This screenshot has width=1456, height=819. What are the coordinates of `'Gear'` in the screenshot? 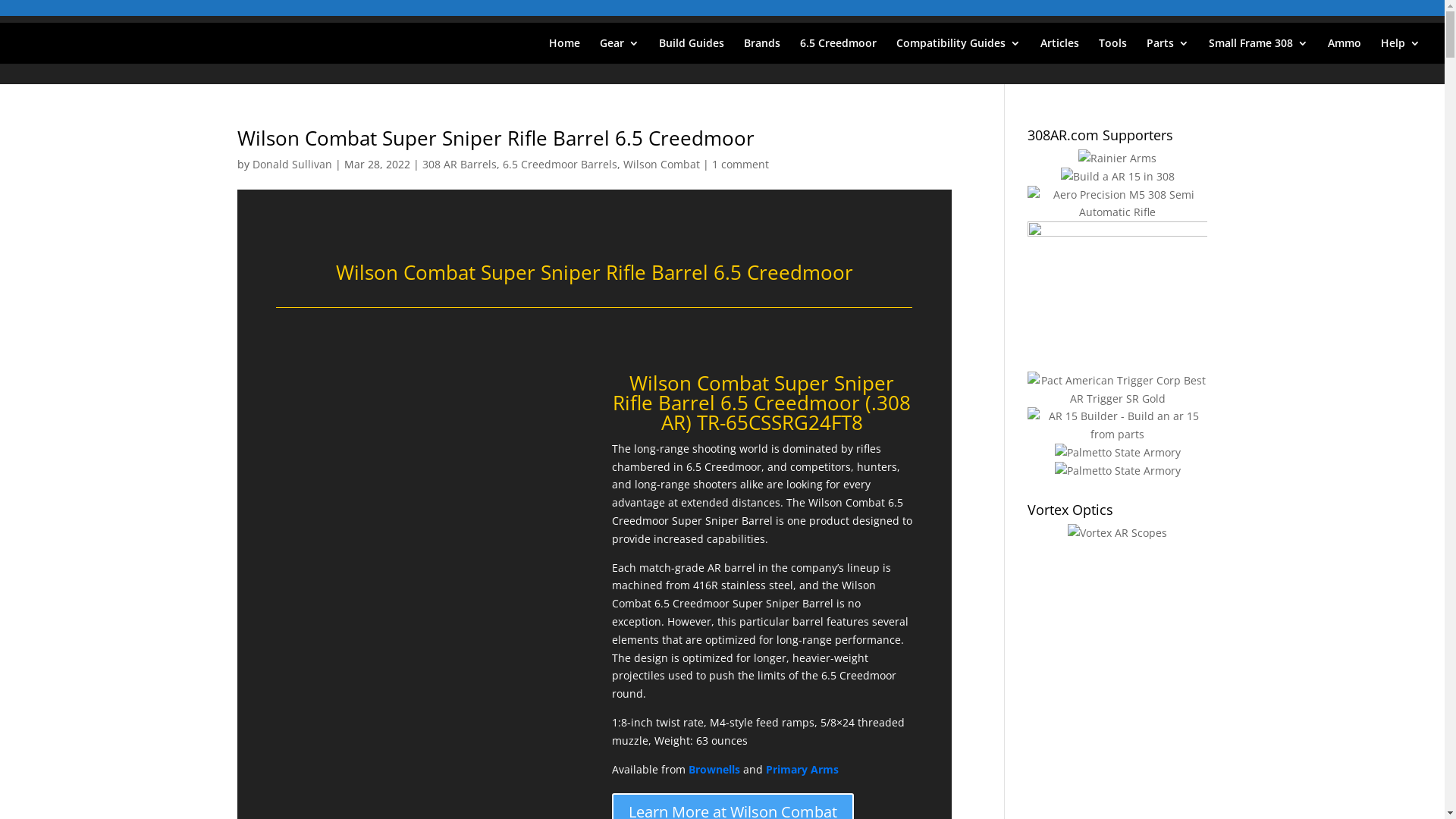 It's located at (619, 49).